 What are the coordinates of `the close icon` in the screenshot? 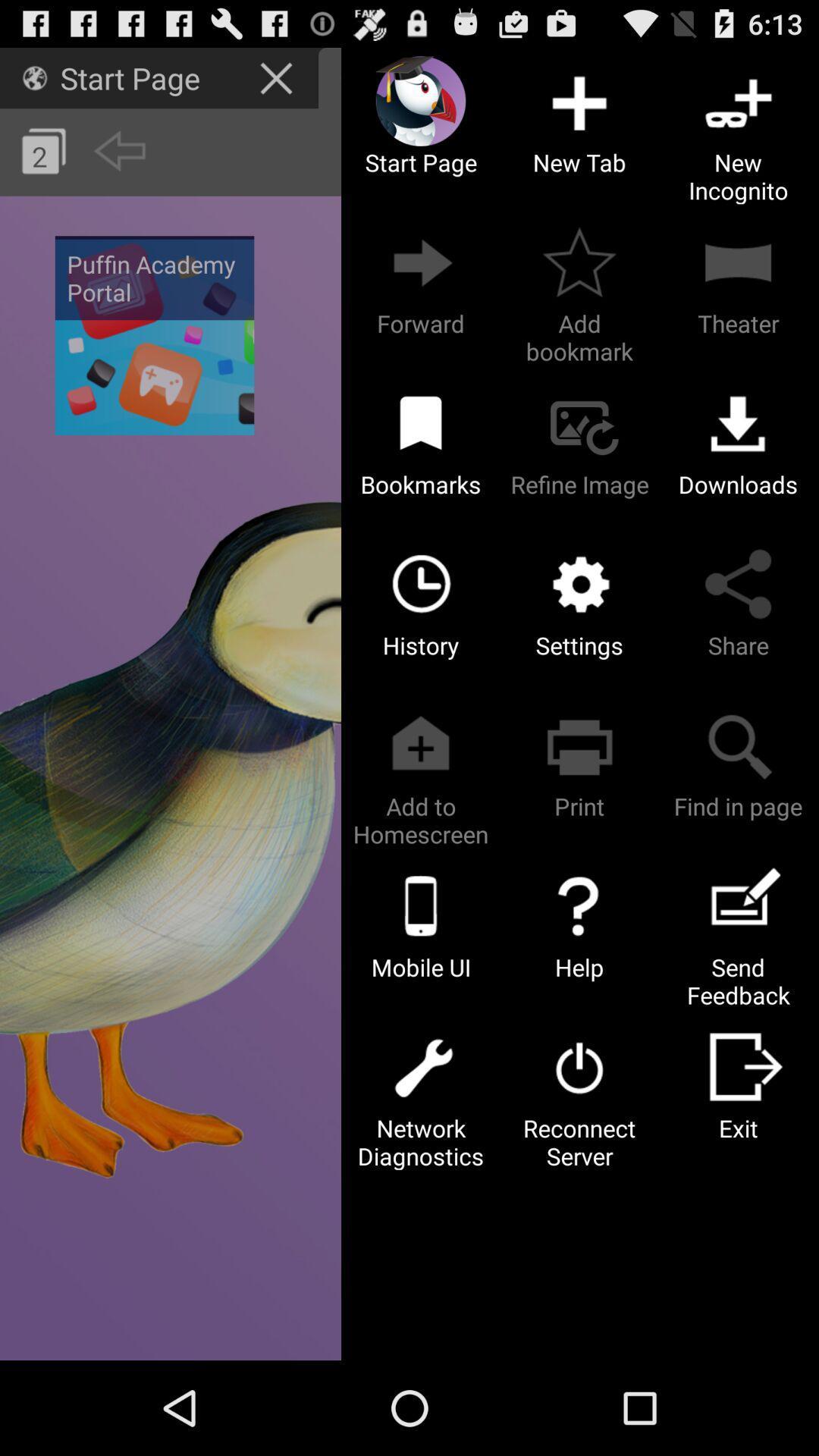 It's located at (278, 83).